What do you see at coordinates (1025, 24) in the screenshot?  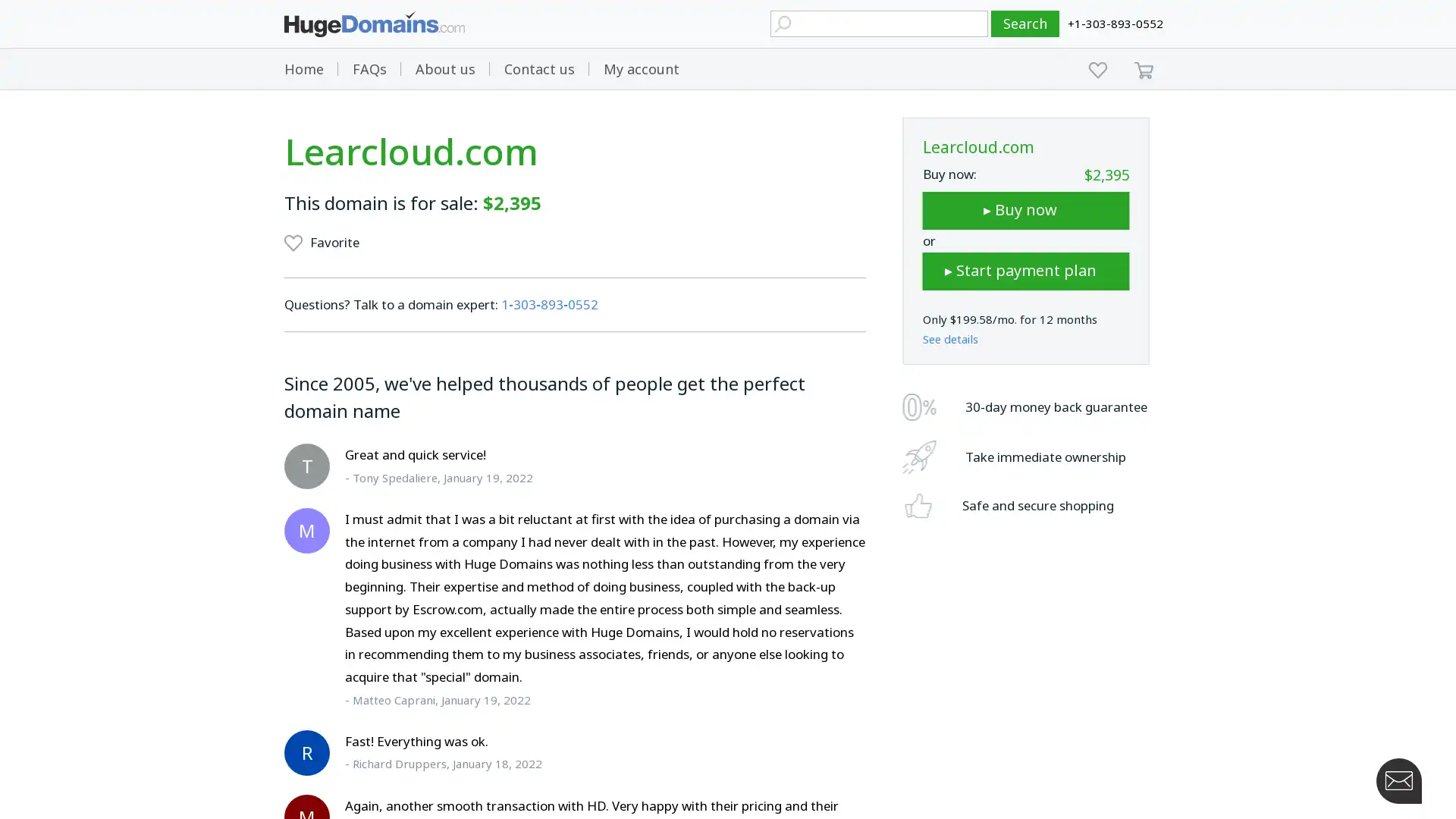 I see `Search` at bounding box center [1025, 24].